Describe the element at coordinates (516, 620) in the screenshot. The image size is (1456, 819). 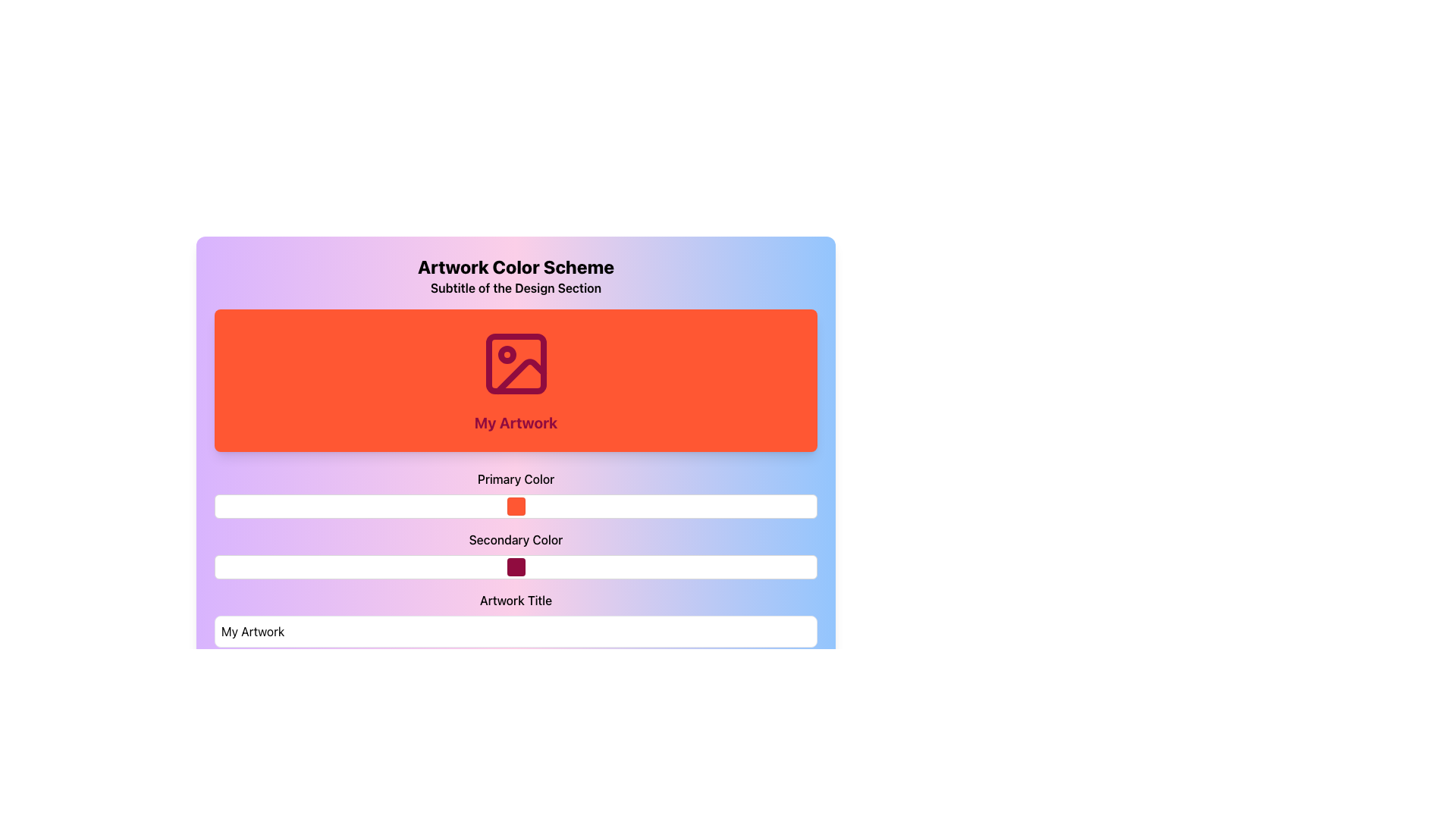
I see `the labeled text input field for artwork title to focus it` at that location.